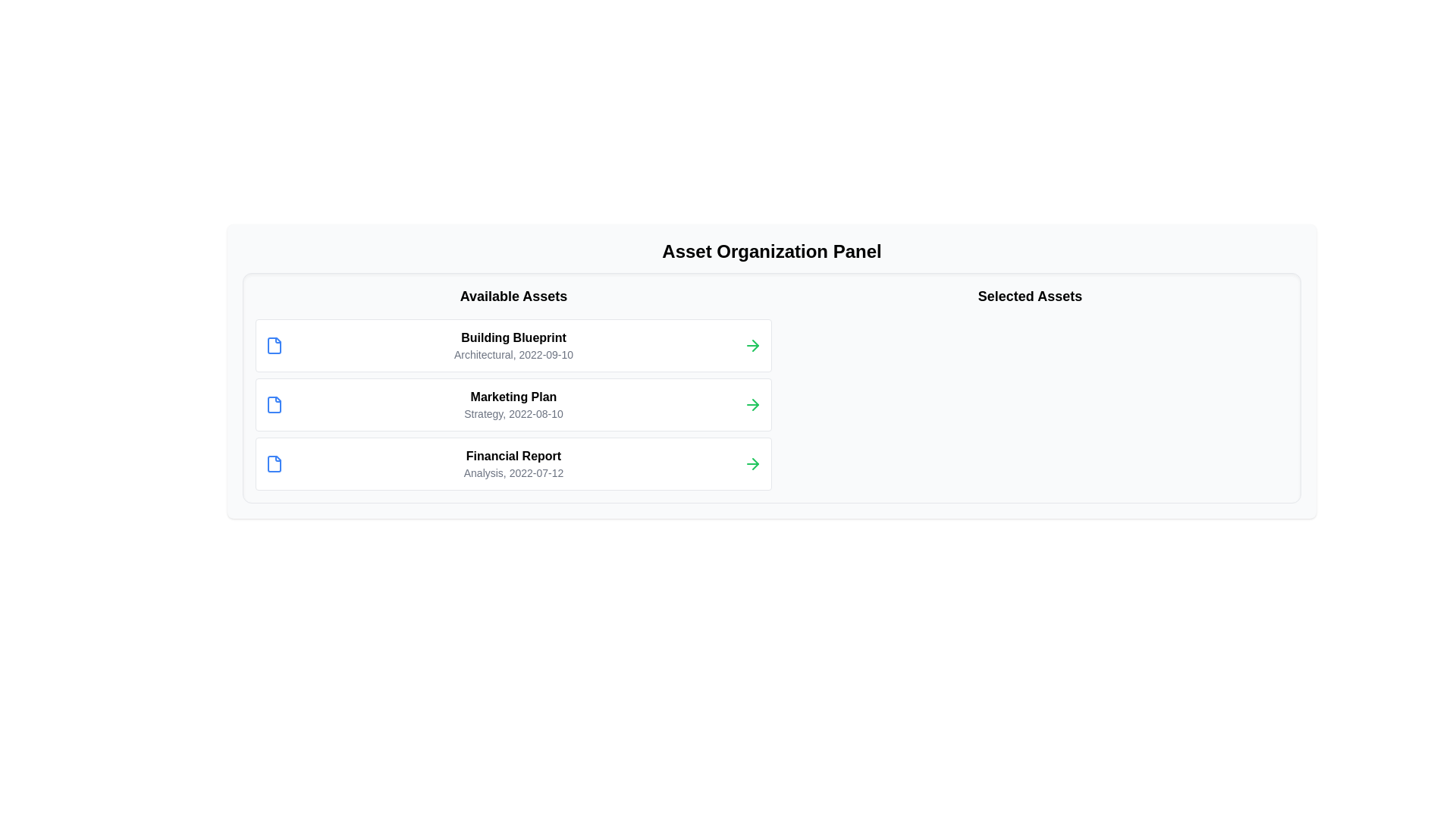 This screenshot has width=1456, height=819. Describe the element at coordinates (274, 345) in the screenshot. I see `the blue document icon located to the left of the 'Building Blueprint' text in the 'Available Assets' section` at that location.